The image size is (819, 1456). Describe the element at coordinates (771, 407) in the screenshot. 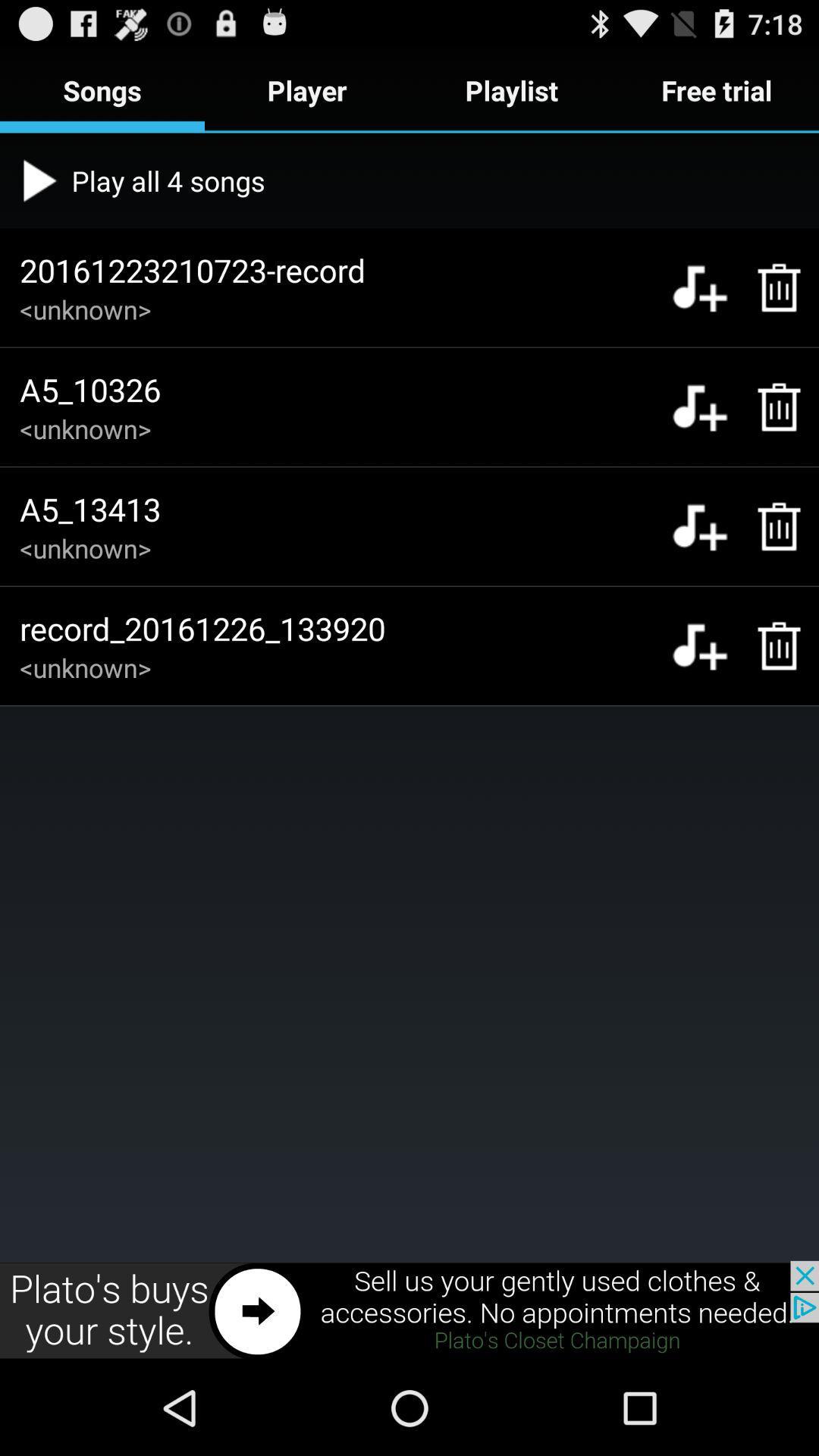

I see `delete song` at that location.